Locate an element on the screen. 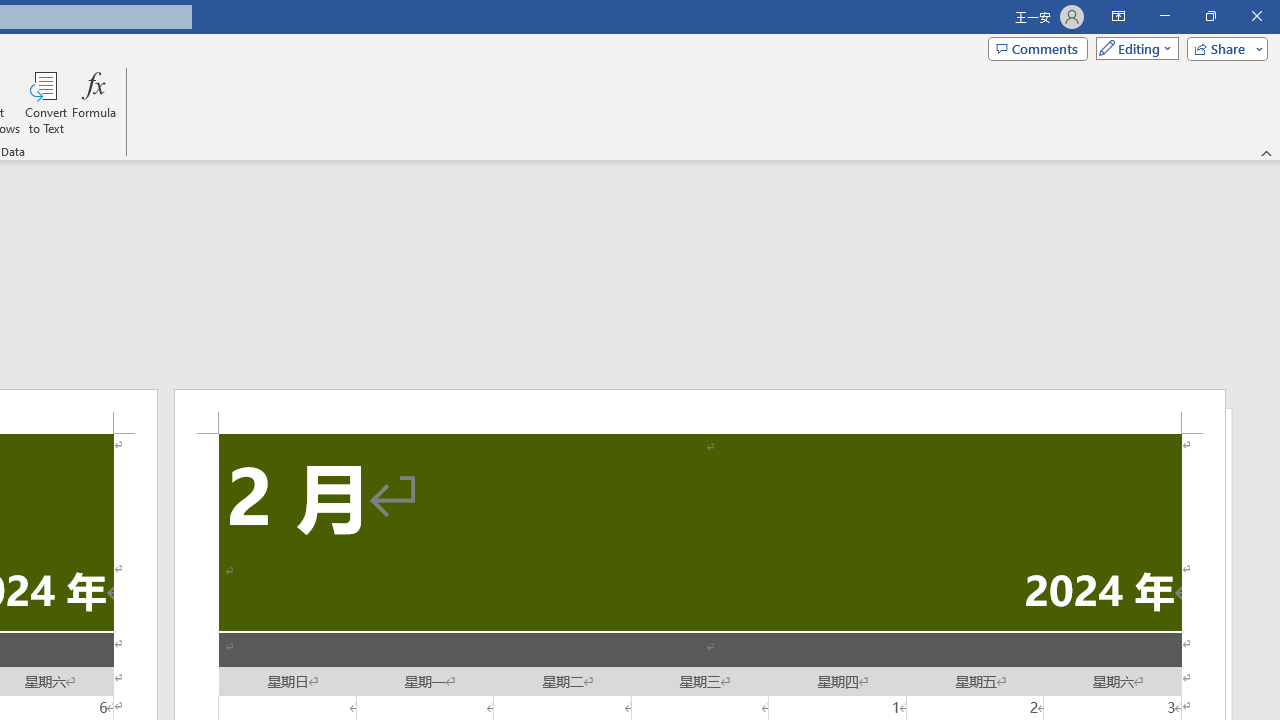  'Convert to Text...' is located at coordinates (46, 103).